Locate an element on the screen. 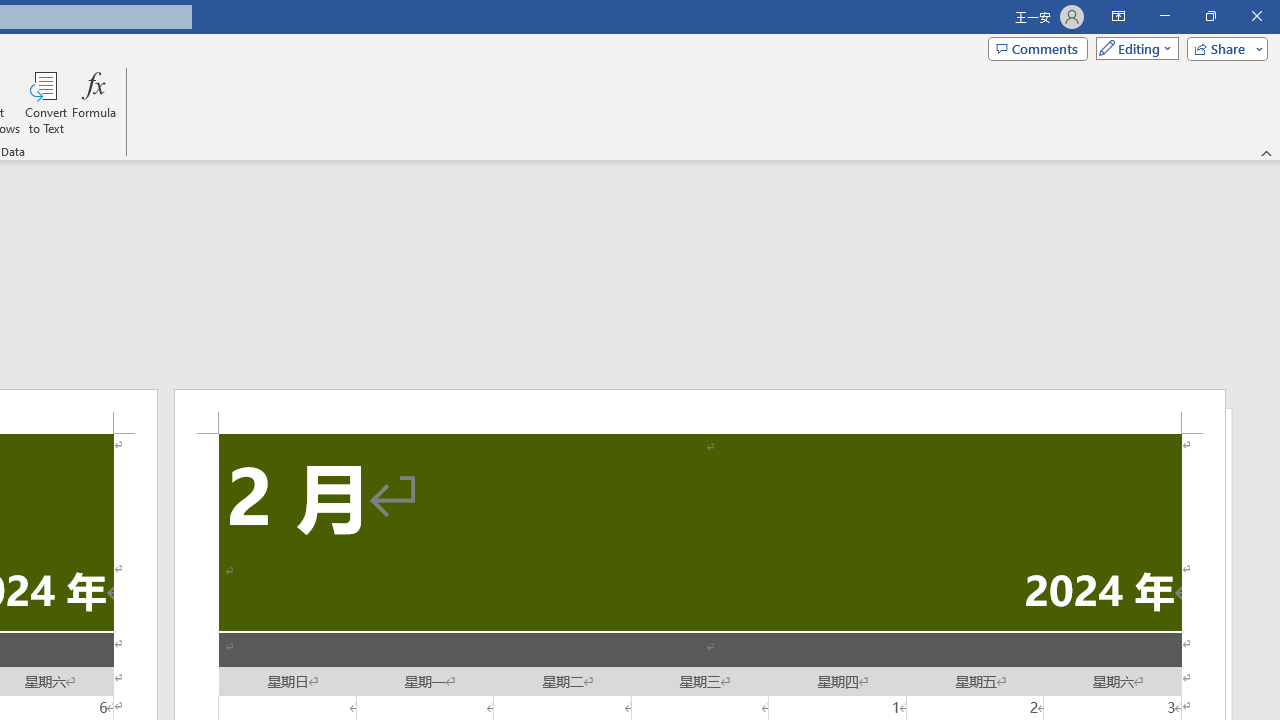  'Convert to Text...' is located at coordinates (46, 103).